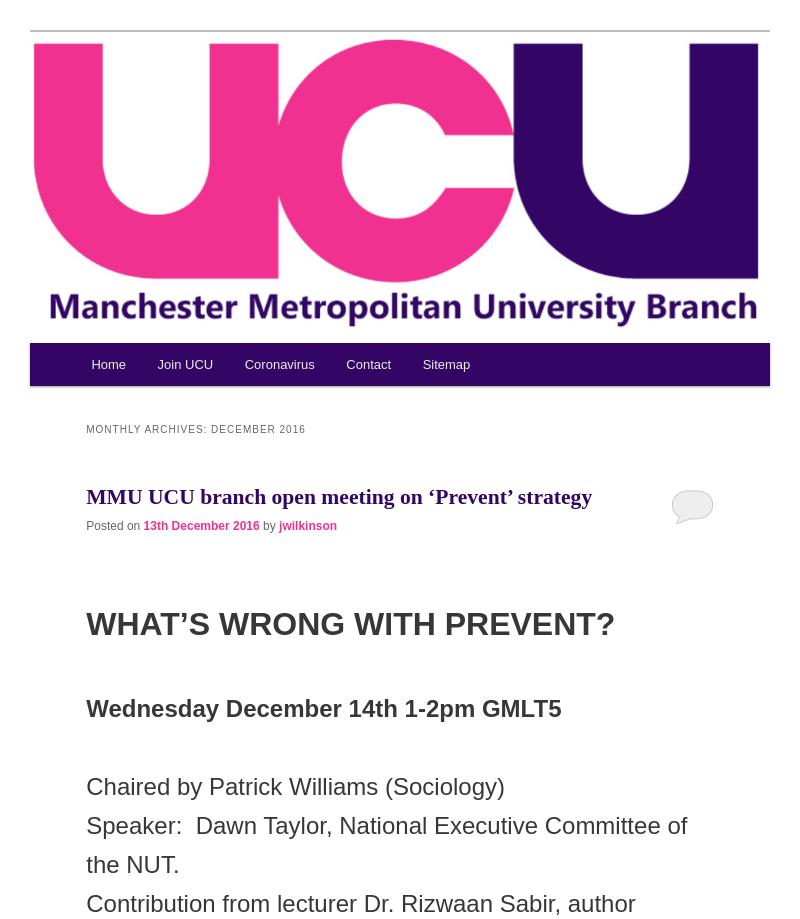  I want to click on 'December 2016', so click(257, 428).